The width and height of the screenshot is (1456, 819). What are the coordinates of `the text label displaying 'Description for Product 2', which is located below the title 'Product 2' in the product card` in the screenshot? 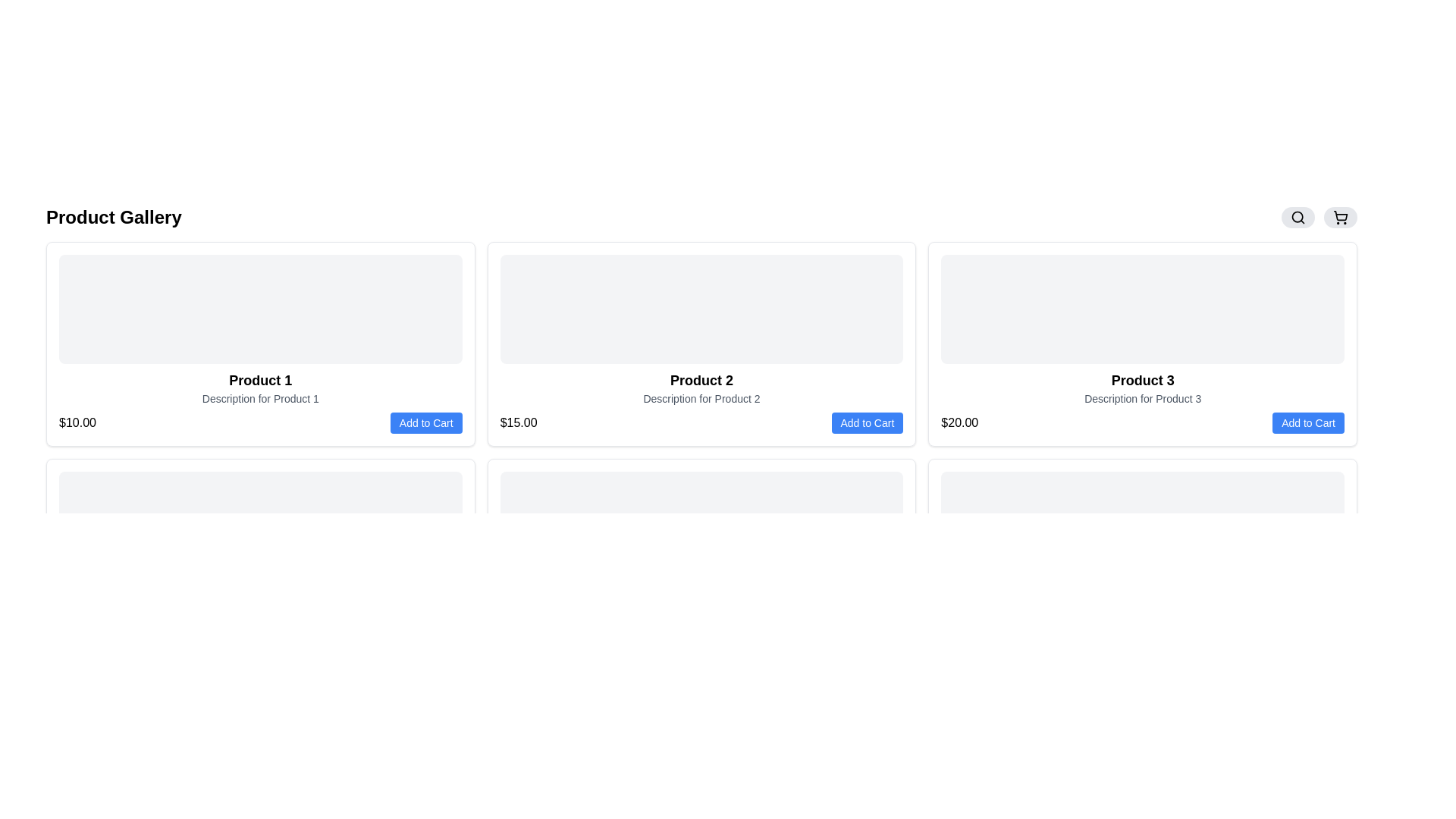 It's located at (701, 397).